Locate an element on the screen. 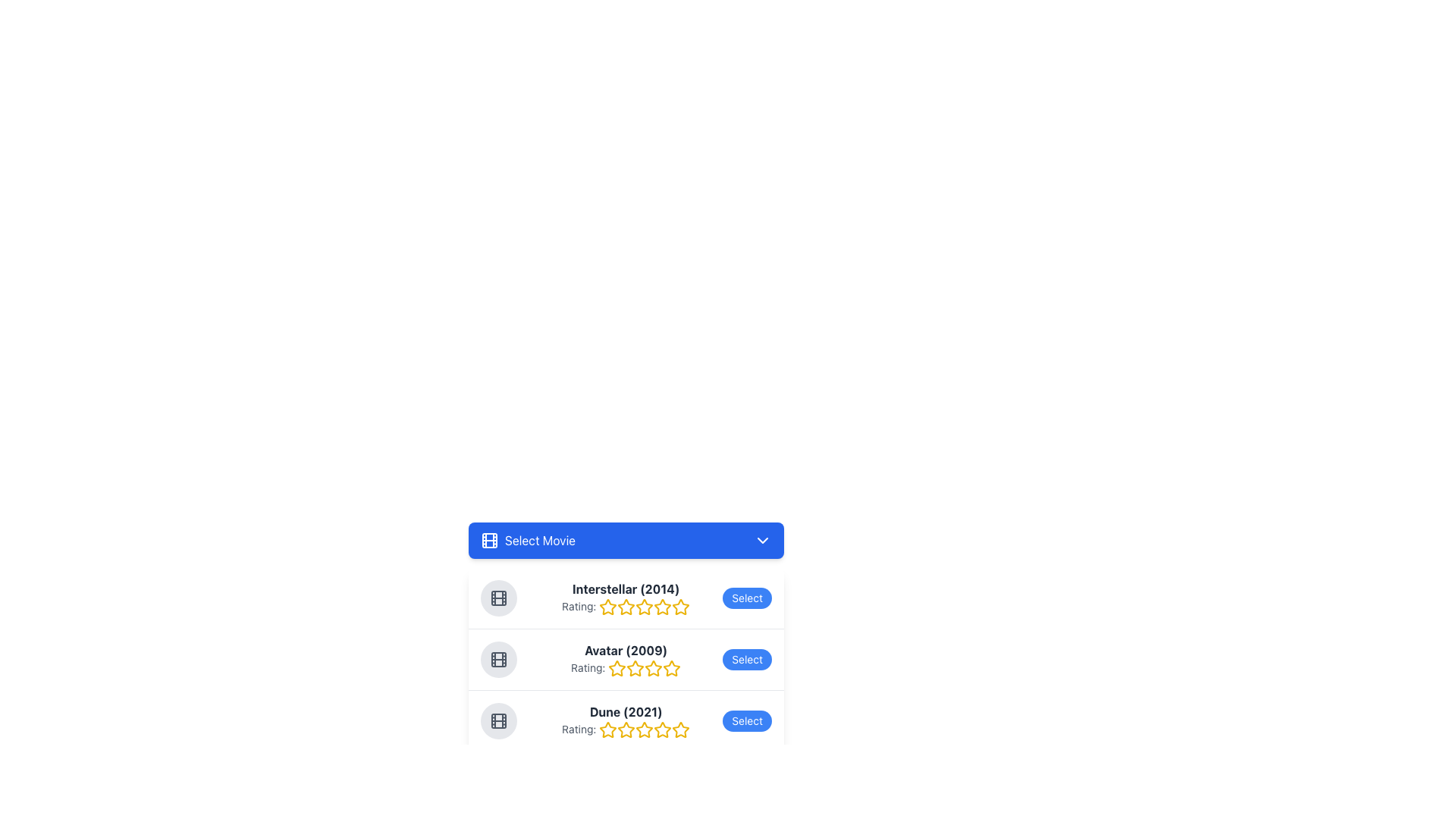 The height and width of the screenshot is (819, 1456). the fourth star in the rating group for the movie 'Interstellar (2014)' is located at coordinates (663, 606).